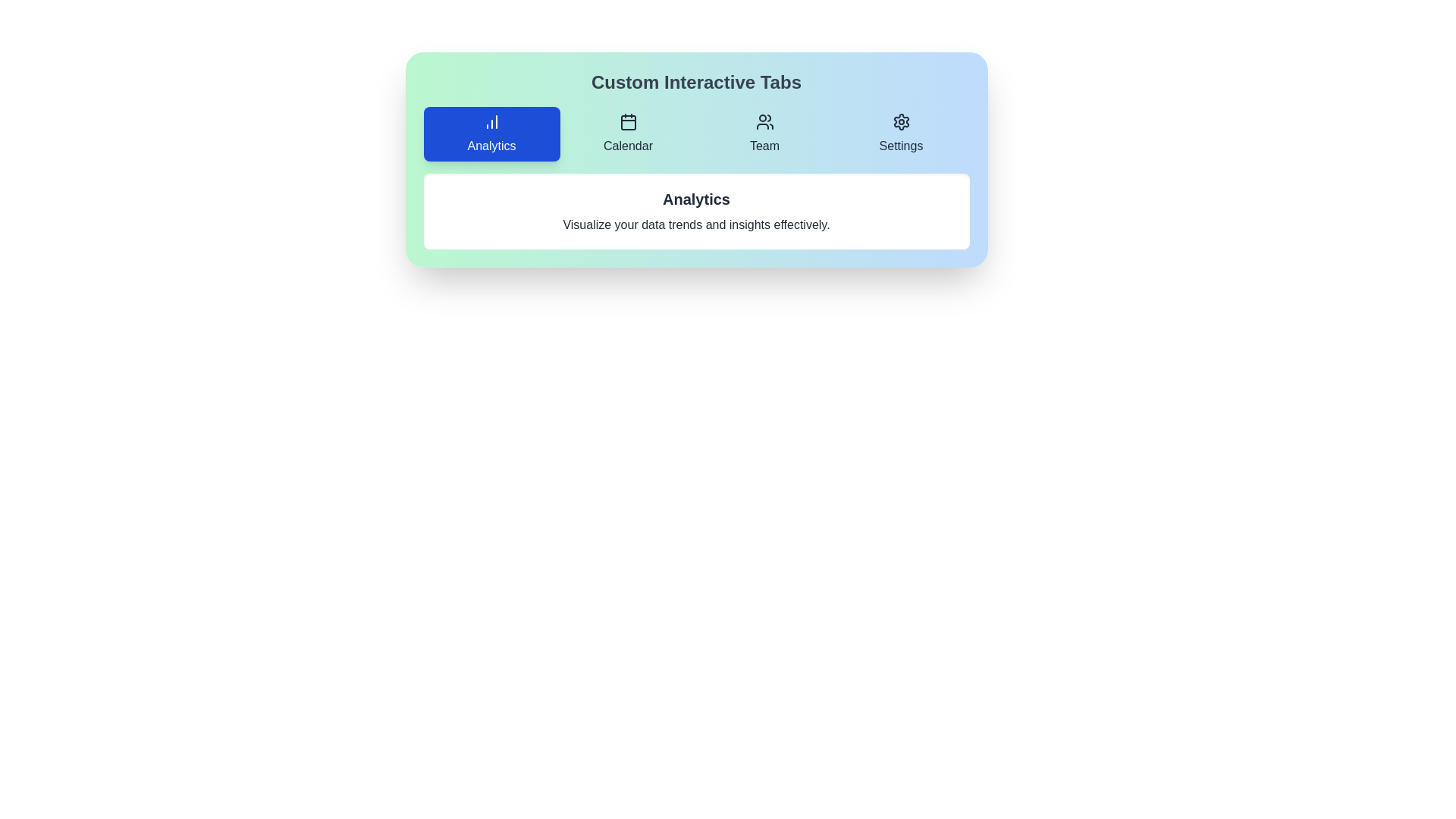 This screenshot has width=1456, height=819. Describe the element at coordinates (491, 121) in the screenshot. I see `the 'Analytics' tab icon, which visually represents data trends and insights analysis, located at the top-center of the tab above the label 'Analytics'` at that location.